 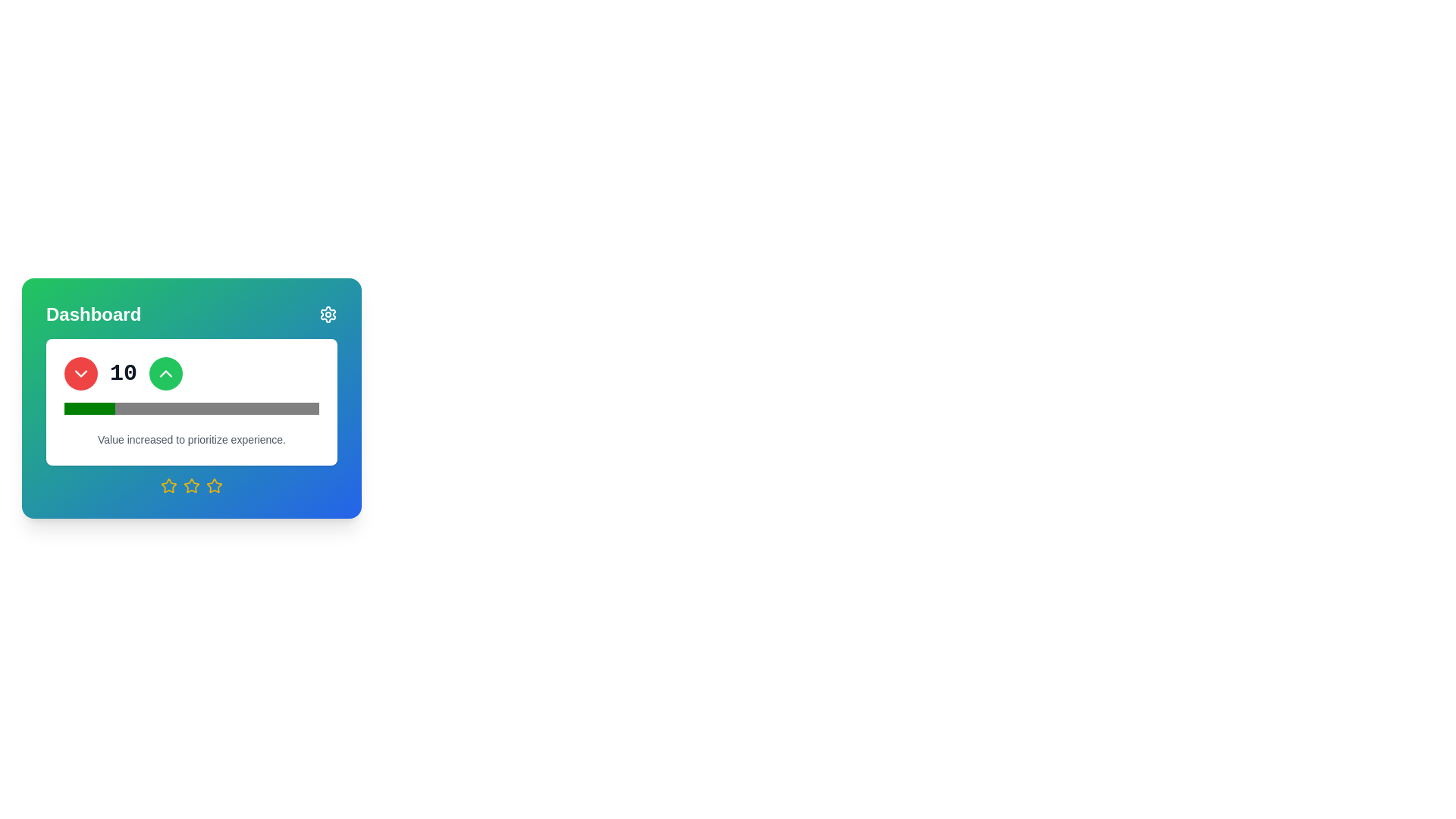 I want to click on the fifth star icon, which is outlined and yellow, located at the bottom of the 'Dashboard' card to rate it, so click(x=214, y=485).